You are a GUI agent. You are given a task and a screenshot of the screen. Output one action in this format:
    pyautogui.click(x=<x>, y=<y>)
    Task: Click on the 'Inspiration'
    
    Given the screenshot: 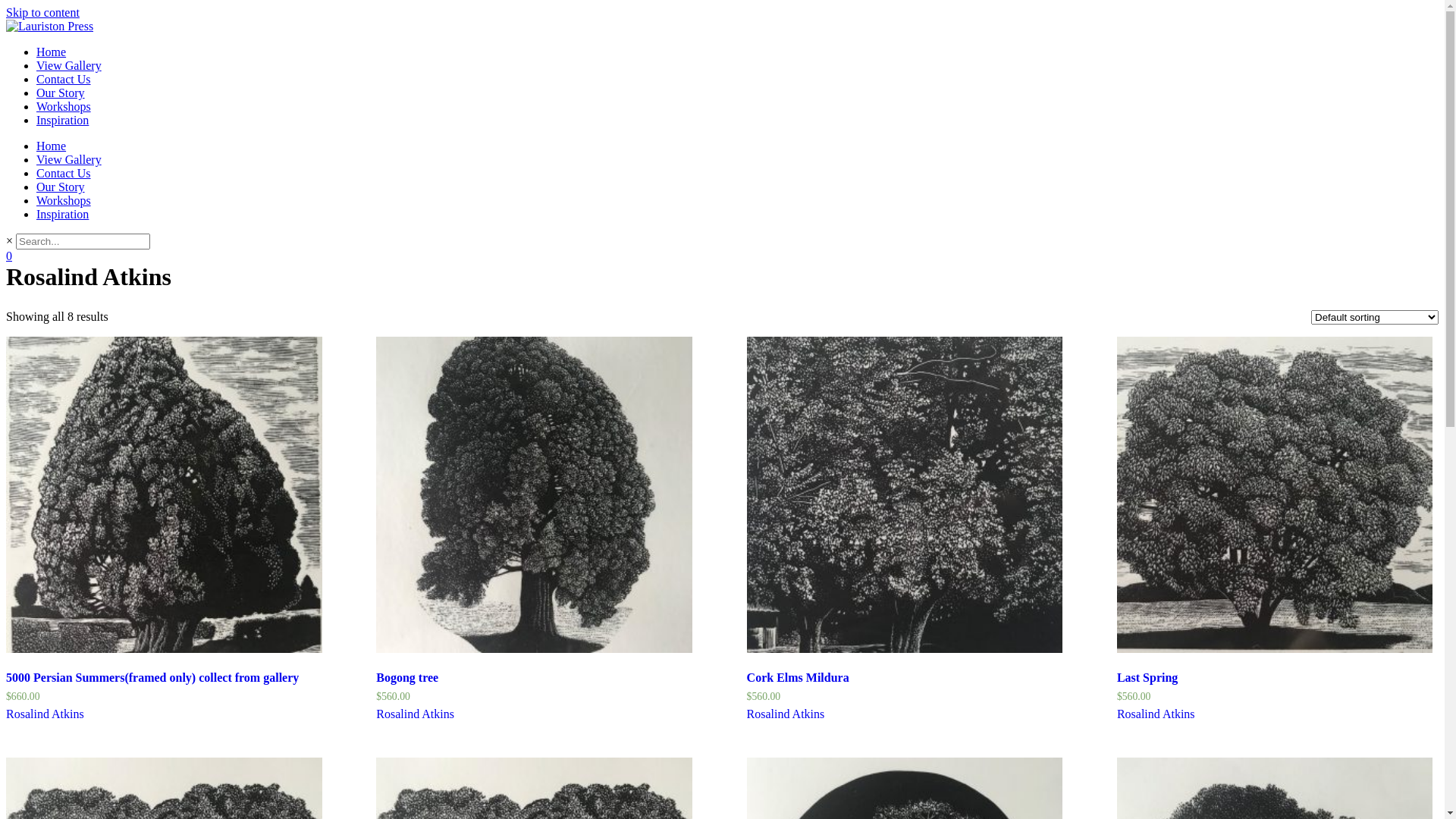 What is the action you would take?
    pyautogui.click(x=61, y=214)
    